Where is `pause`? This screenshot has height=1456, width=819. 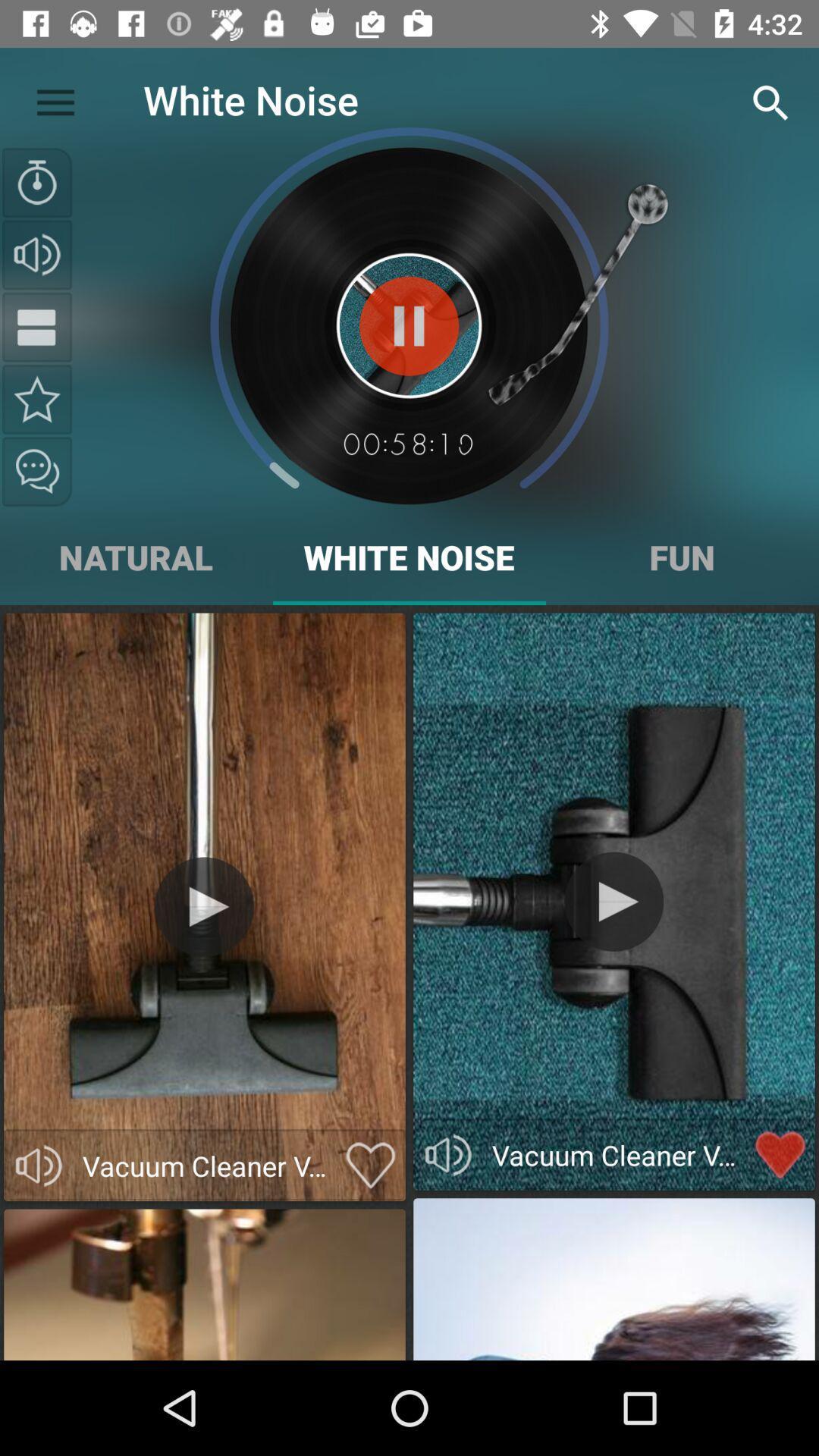
pause is located at coordinates (408, 325).